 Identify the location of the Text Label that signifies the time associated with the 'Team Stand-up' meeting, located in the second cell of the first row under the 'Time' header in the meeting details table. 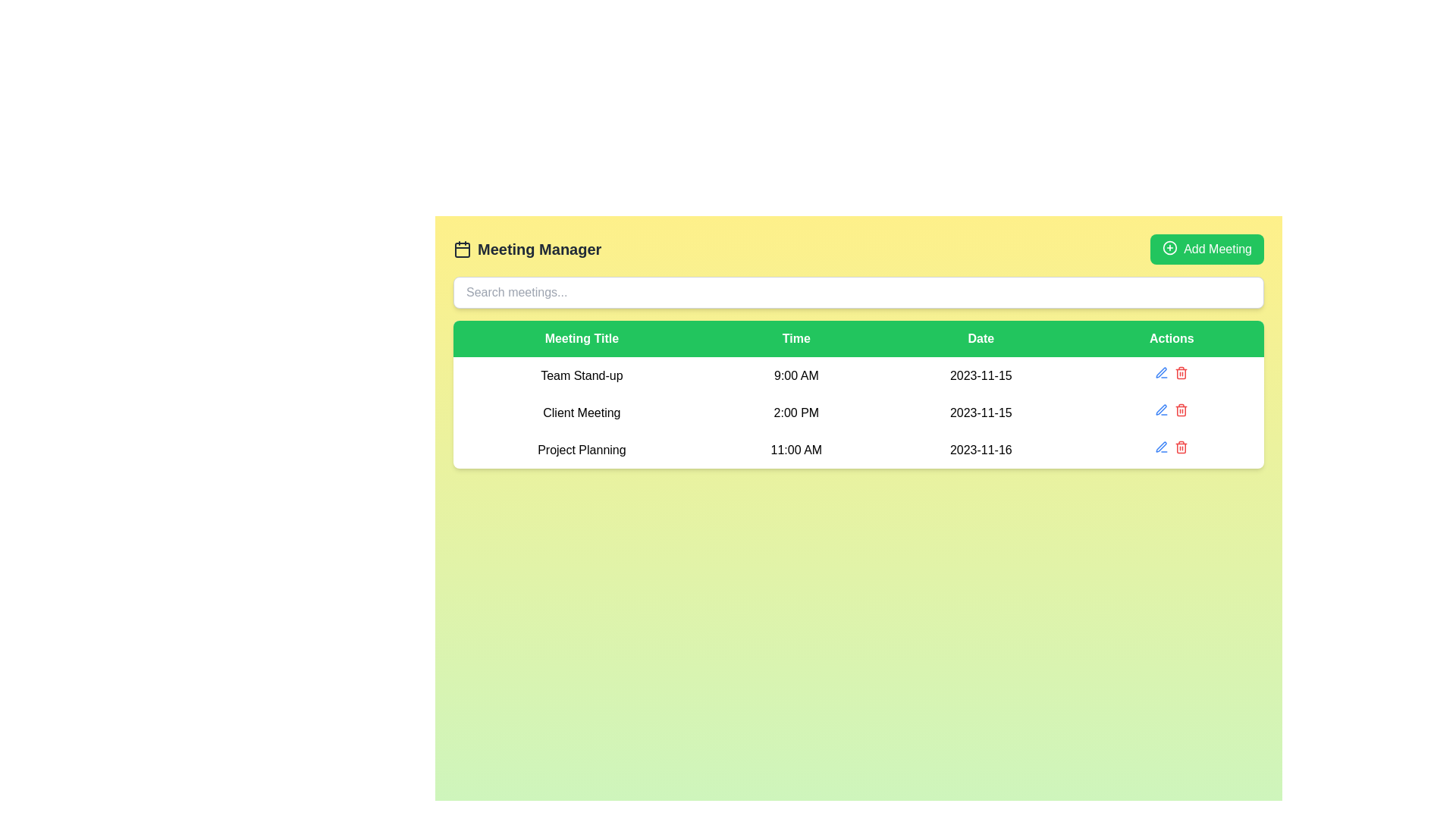
(795, 375).